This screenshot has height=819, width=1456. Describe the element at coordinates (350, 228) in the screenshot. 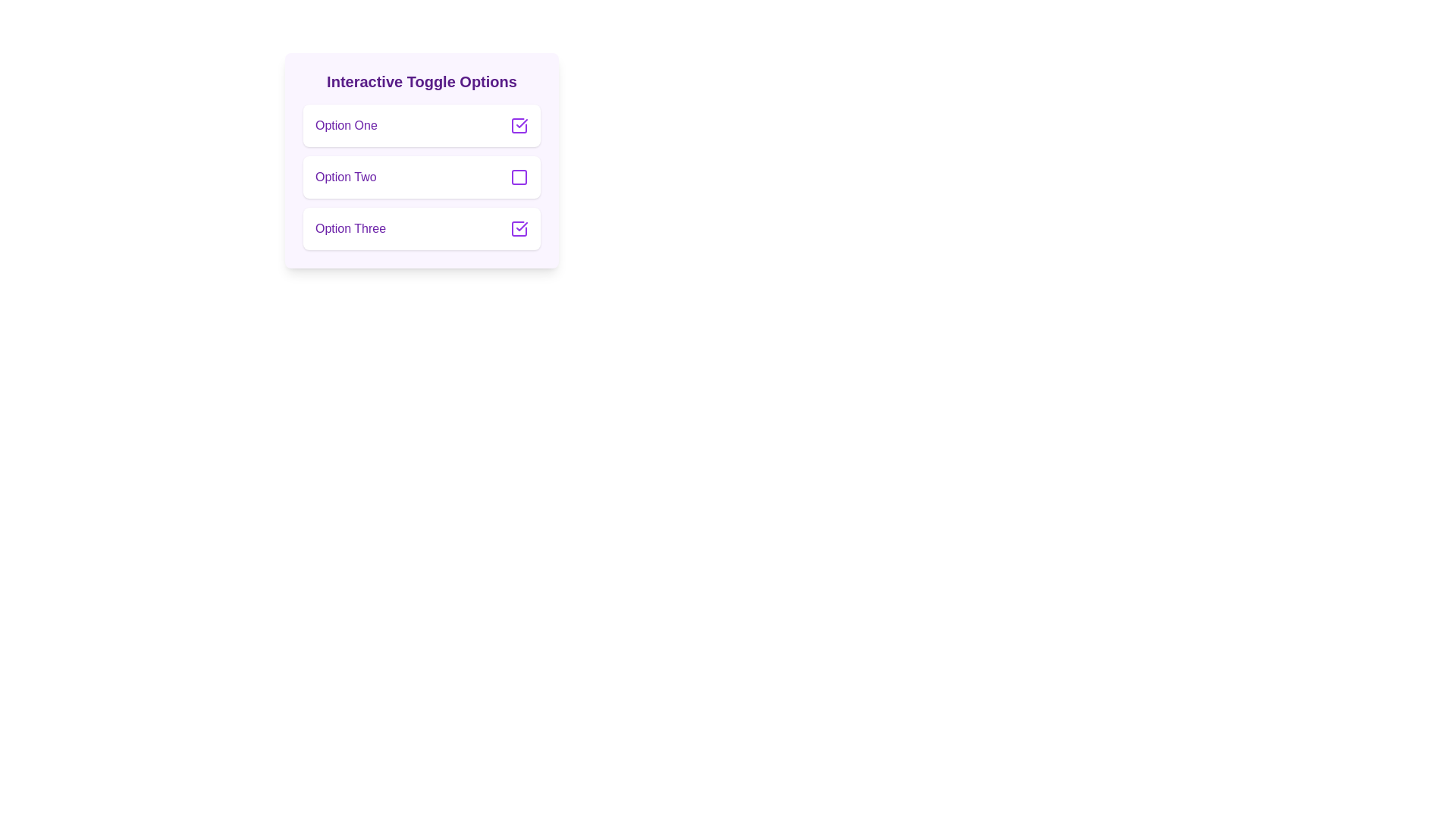

I see `the leftmost text label in the third row of a vertically stacked group of options` at that location.